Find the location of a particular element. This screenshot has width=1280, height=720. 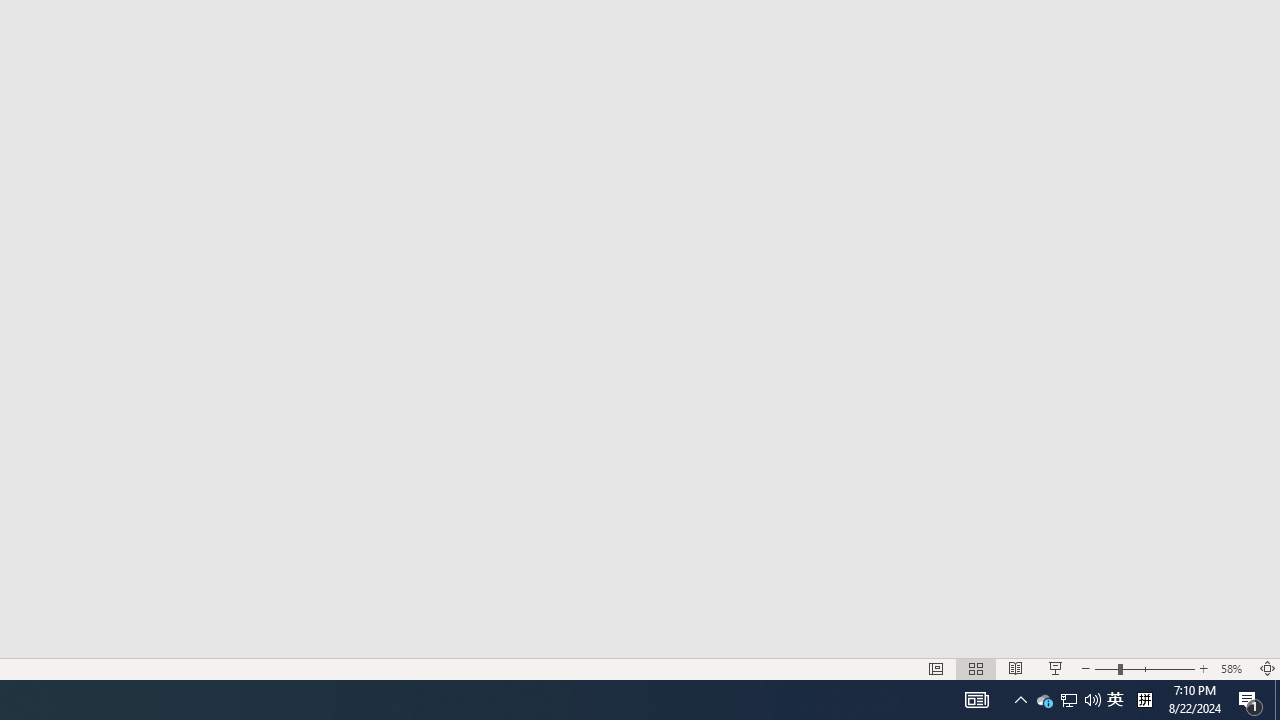

'Zoom 58%' is located at coordinates (1233, 669).